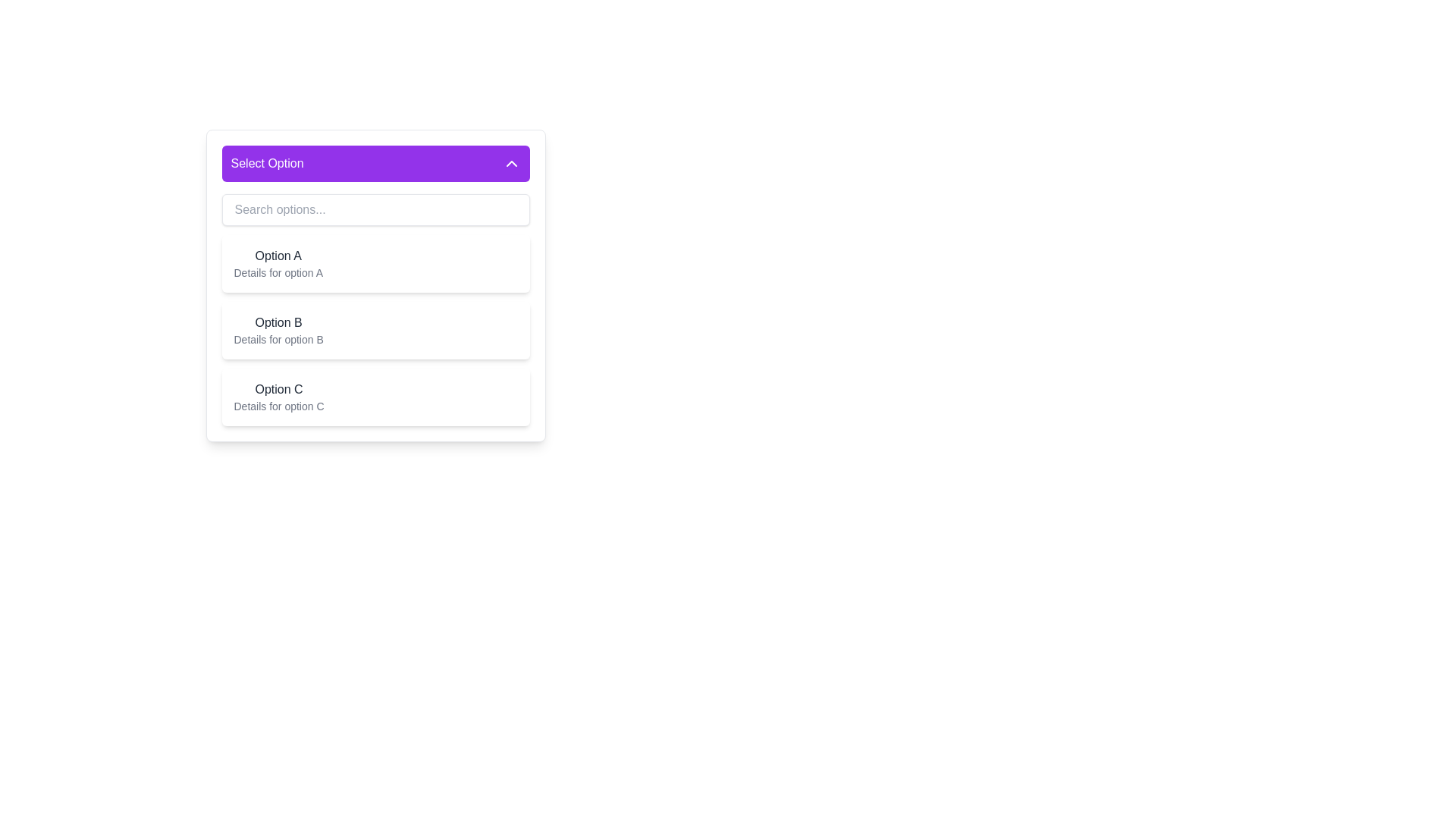  I want to click on static text label that displays 'Details for option A', which is positioned below the header text 'Option A' within a white rectangular card, so click(278, 271).